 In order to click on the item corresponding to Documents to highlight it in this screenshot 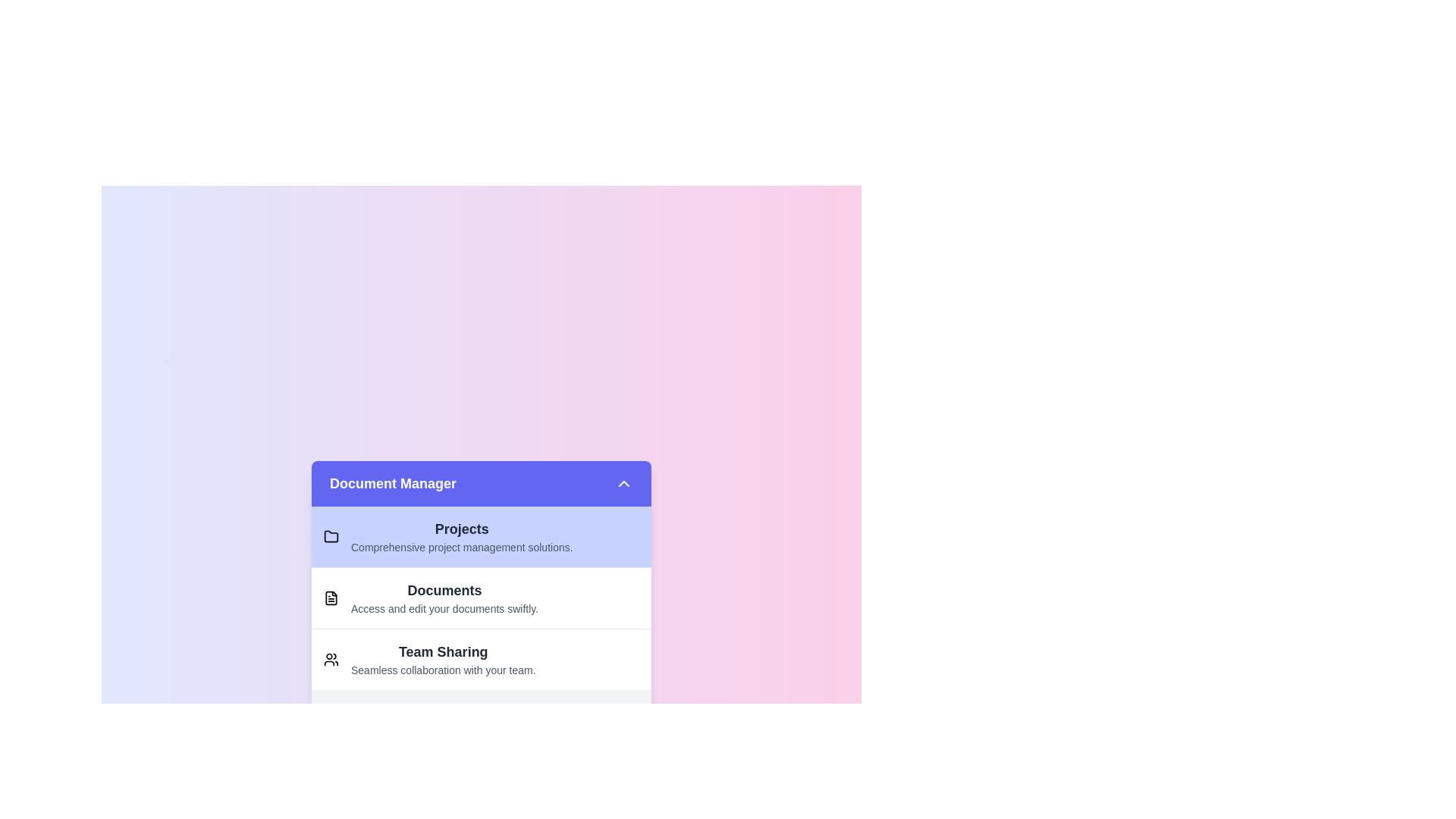, I will do `click(480, 597)`.